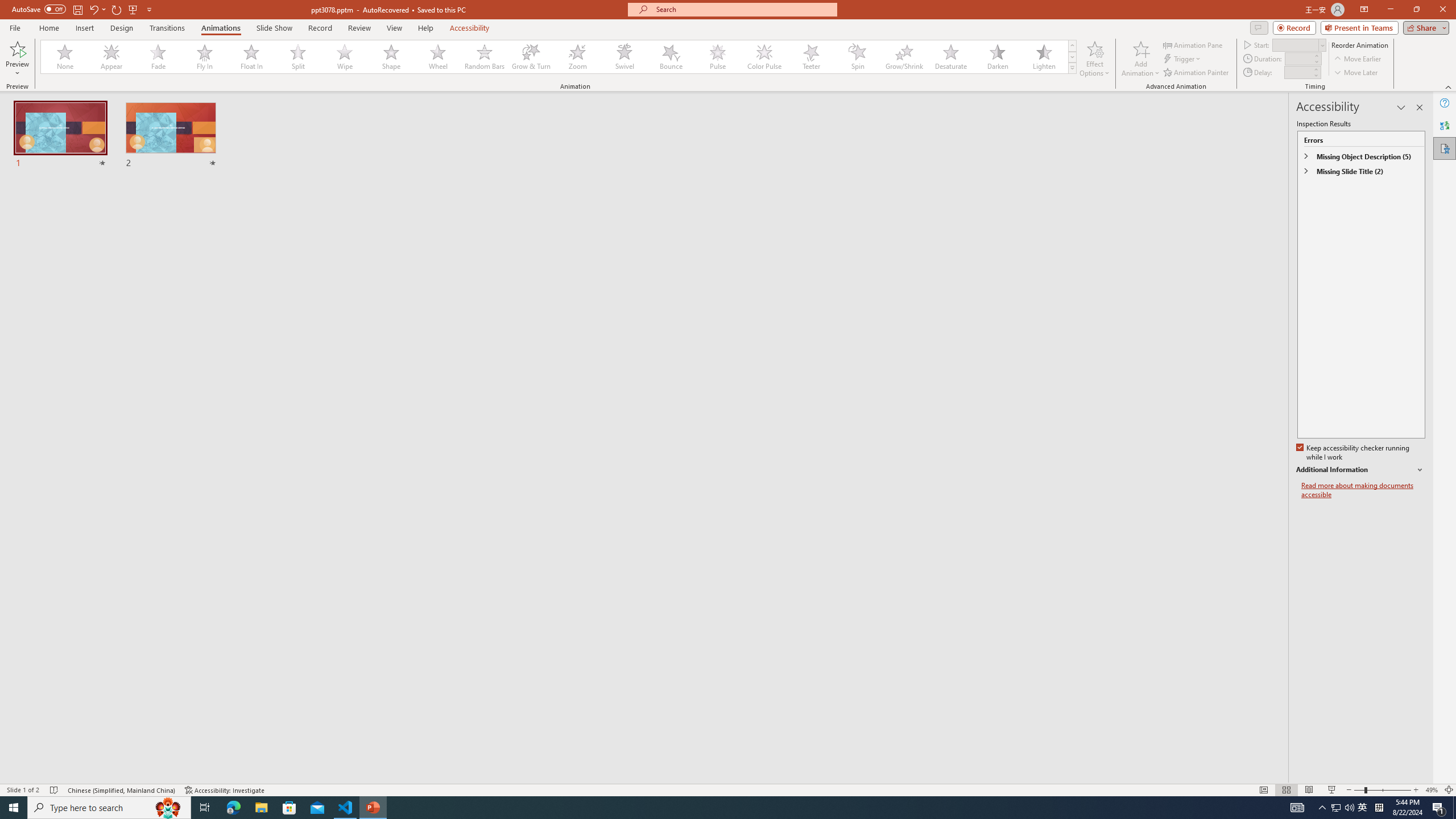 The image size is (1456, 819). I want to click on 'Bounce', so click(671, 56).